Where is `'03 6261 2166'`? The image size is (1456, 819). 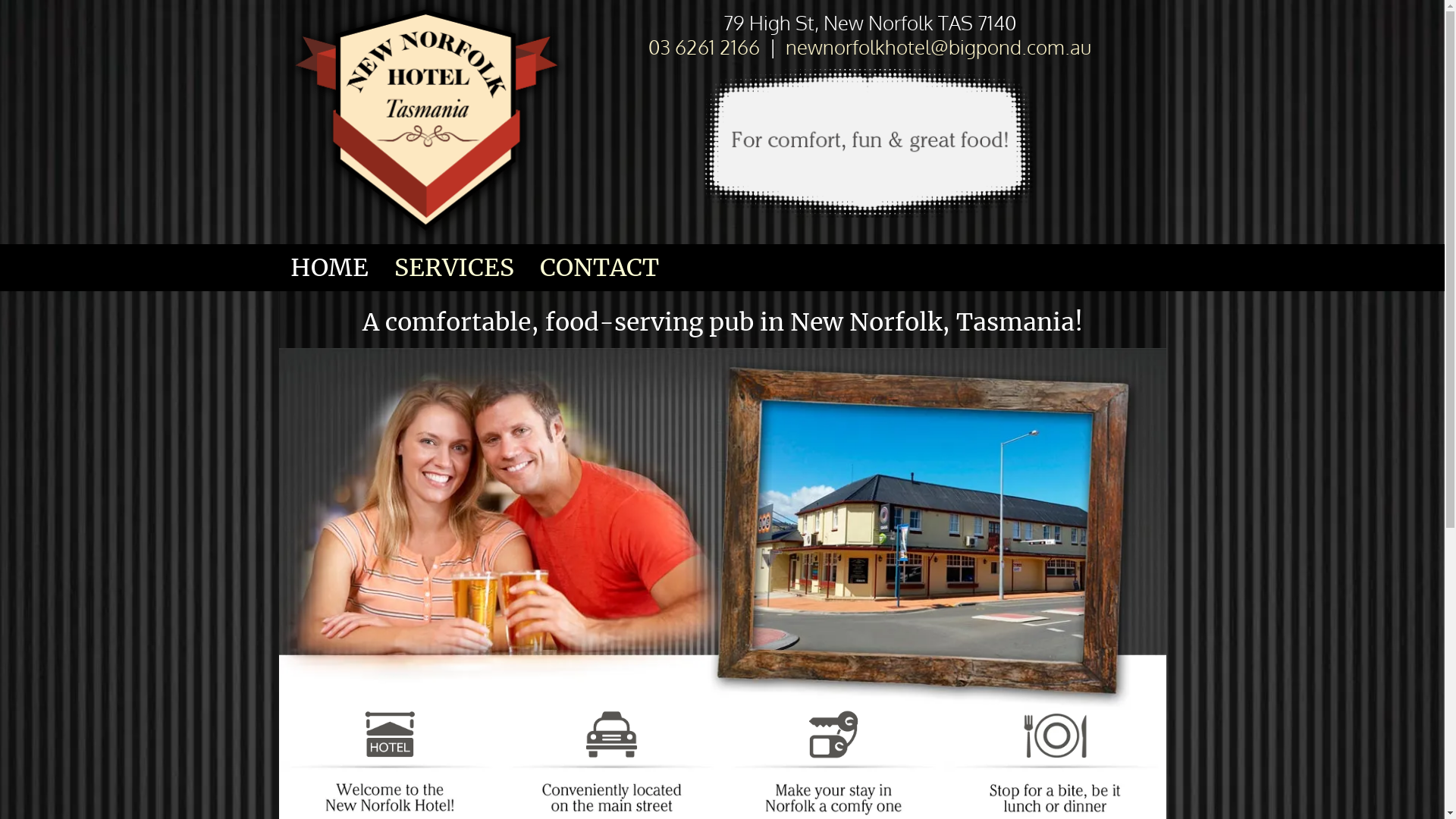
'03 6261 2166' is located at coordinates (703, 45).